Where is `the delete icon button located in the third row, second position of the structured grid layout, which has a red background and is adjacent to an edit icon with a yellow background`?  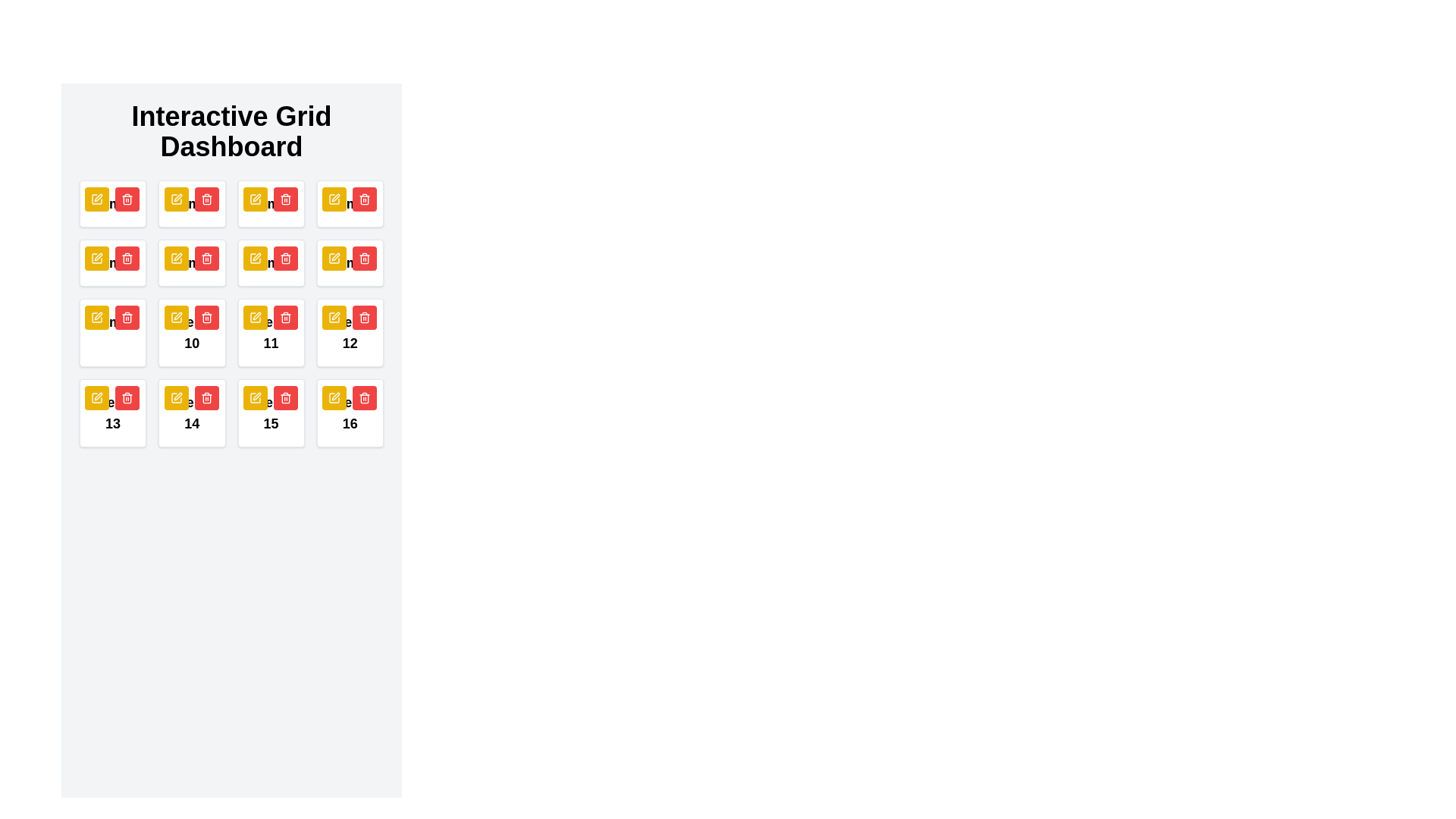
the delete icon button located in the third row, second position of the structured grid layout, which has a red background and is adjacent to an edit icon with a yellow background is located at coordinates (206, 397).